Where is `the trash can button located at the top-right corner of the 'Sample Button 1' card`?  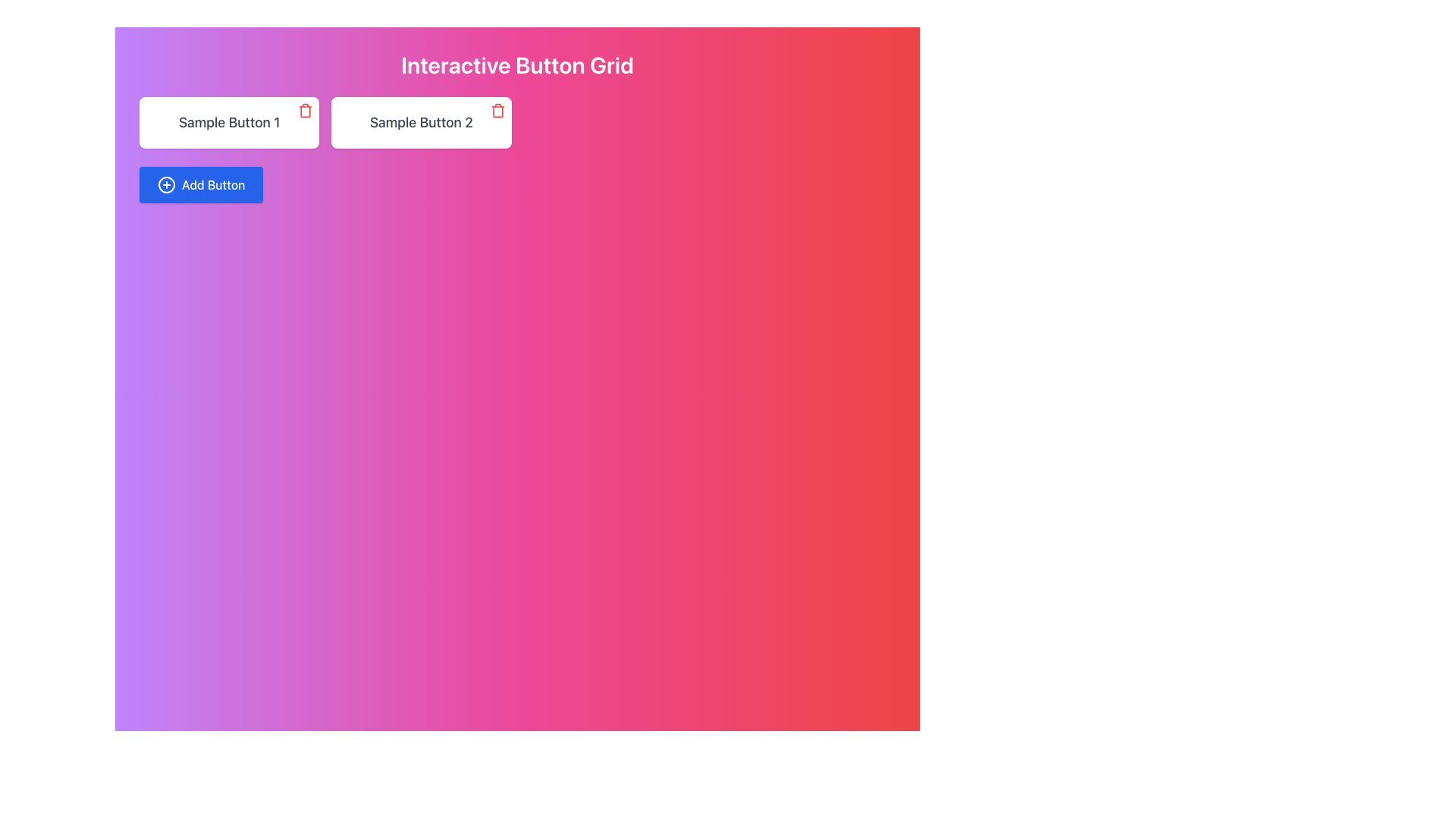
the trash can button located at the top-right corner of the 'Sample Button 1' card is located at coordinates (305, 110).